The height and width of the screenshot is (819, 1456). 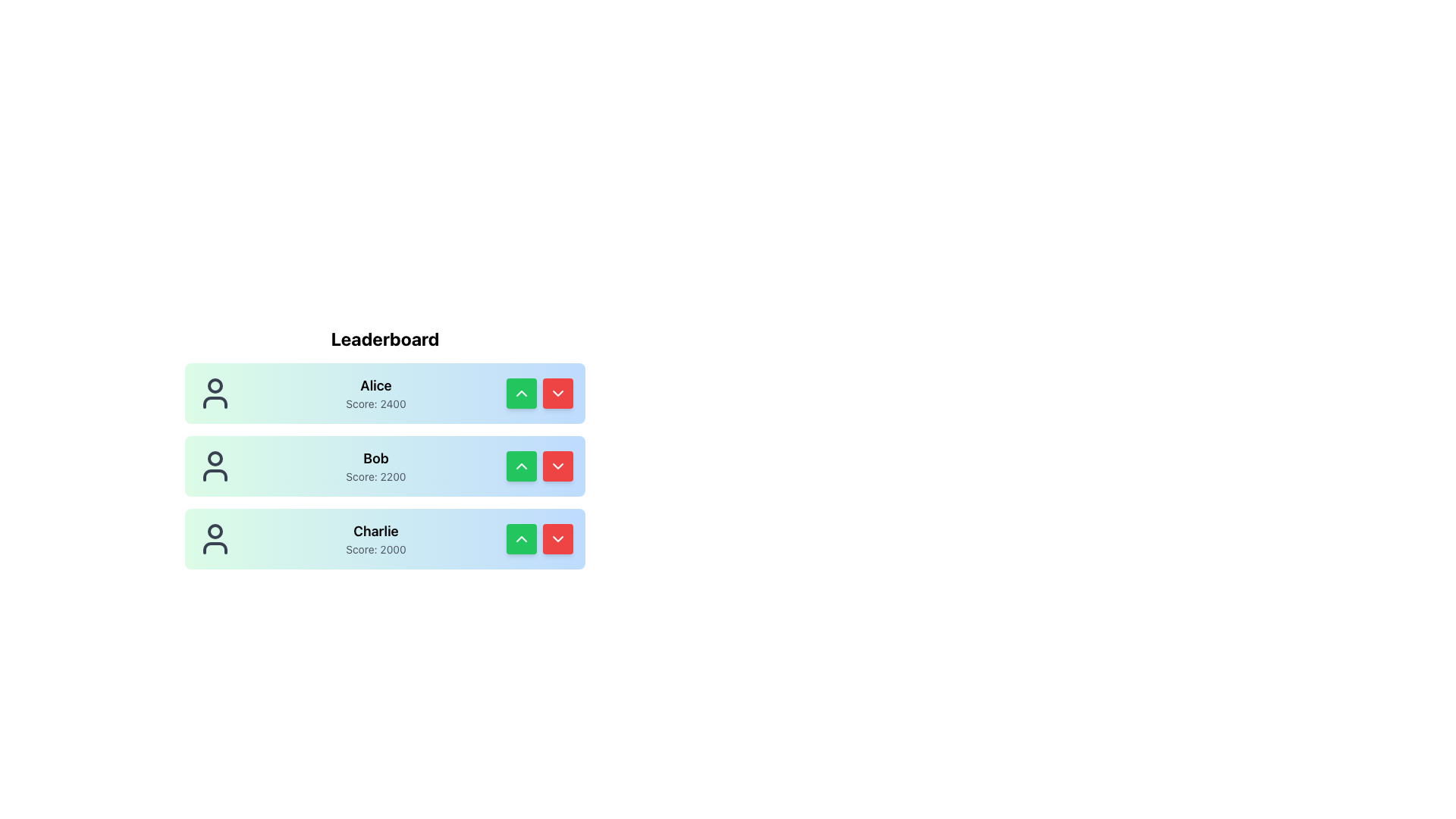 I want to click on the text element displaying the user's name 'Bob' in the leaderboard, which is located in the second row of the leaderboard section, so click(x=375, y=458).